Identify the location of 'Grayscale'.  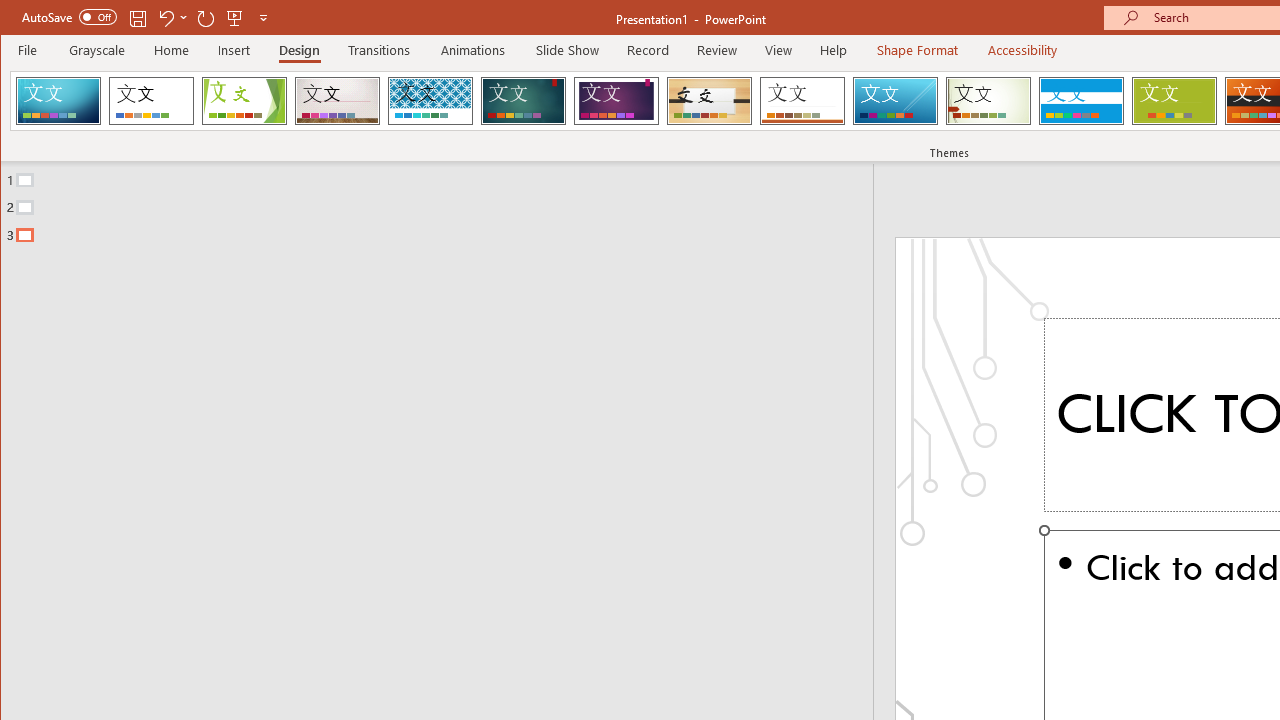
(96, 49).